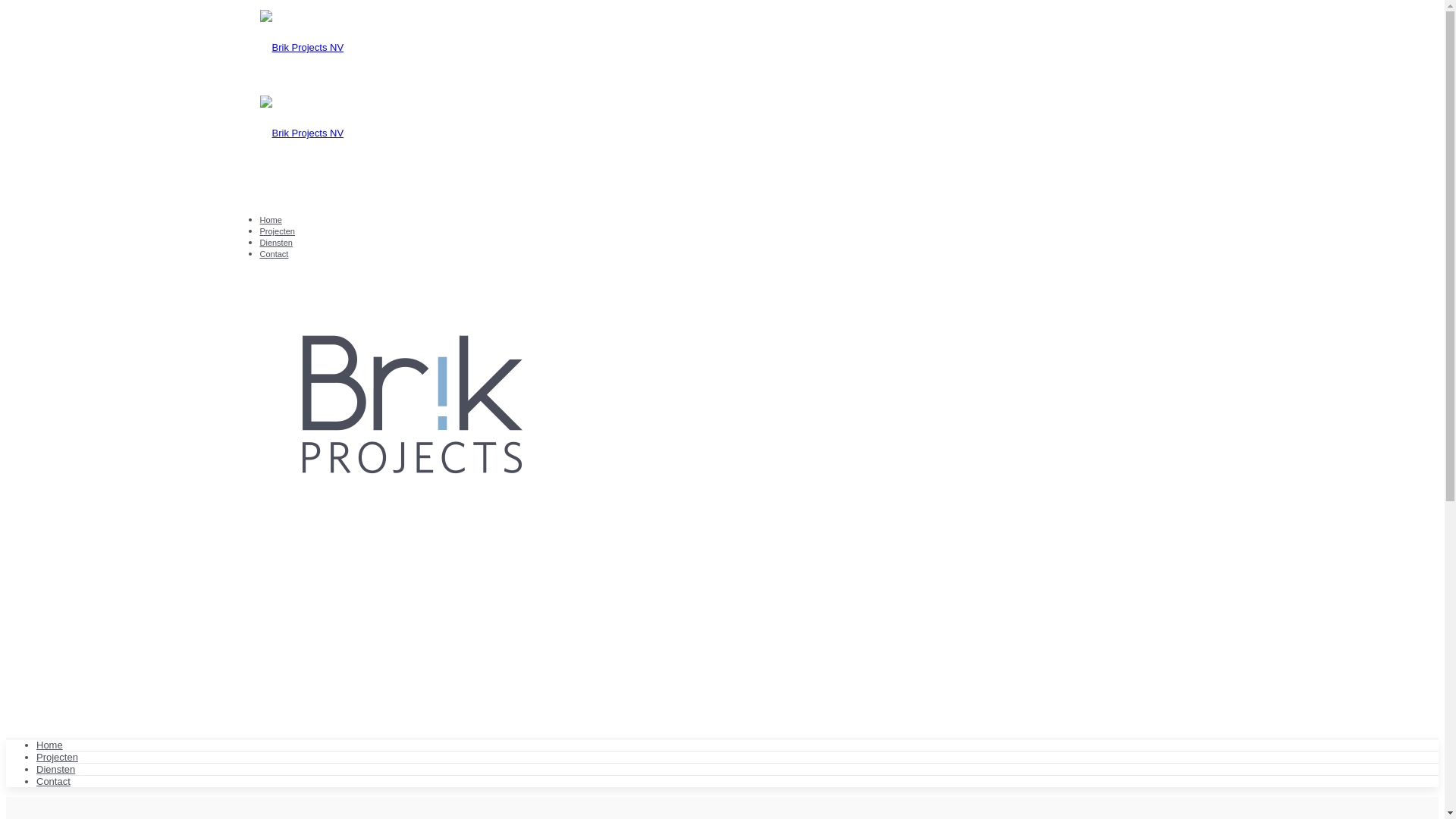 This screenshot has height=819, width=1456. Describe the element at coordinates (53, 781) in the screenshot. I see `'Contact'` at that location.